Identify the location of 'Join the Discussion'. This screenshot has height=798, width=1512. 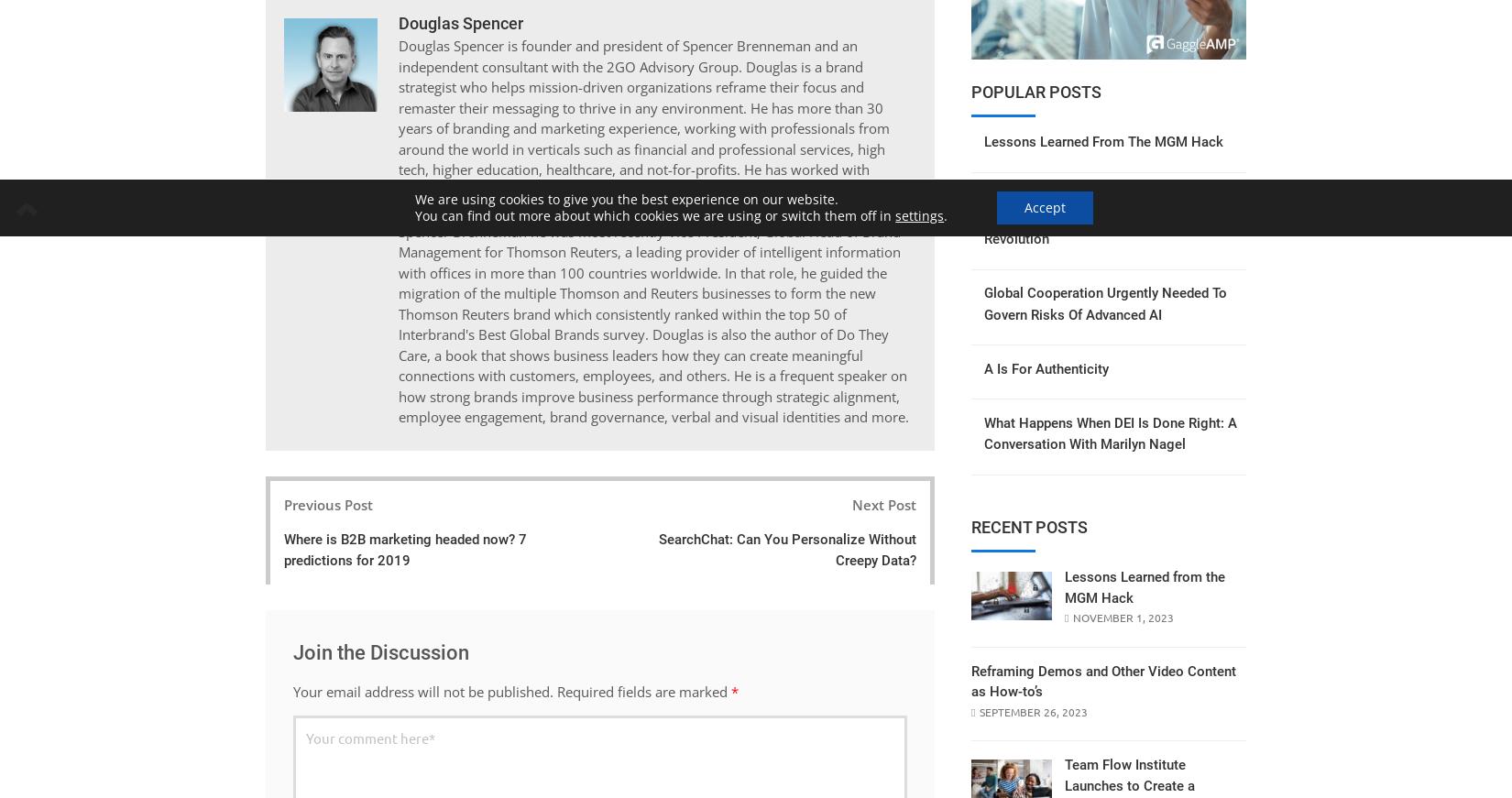
(379, 650).